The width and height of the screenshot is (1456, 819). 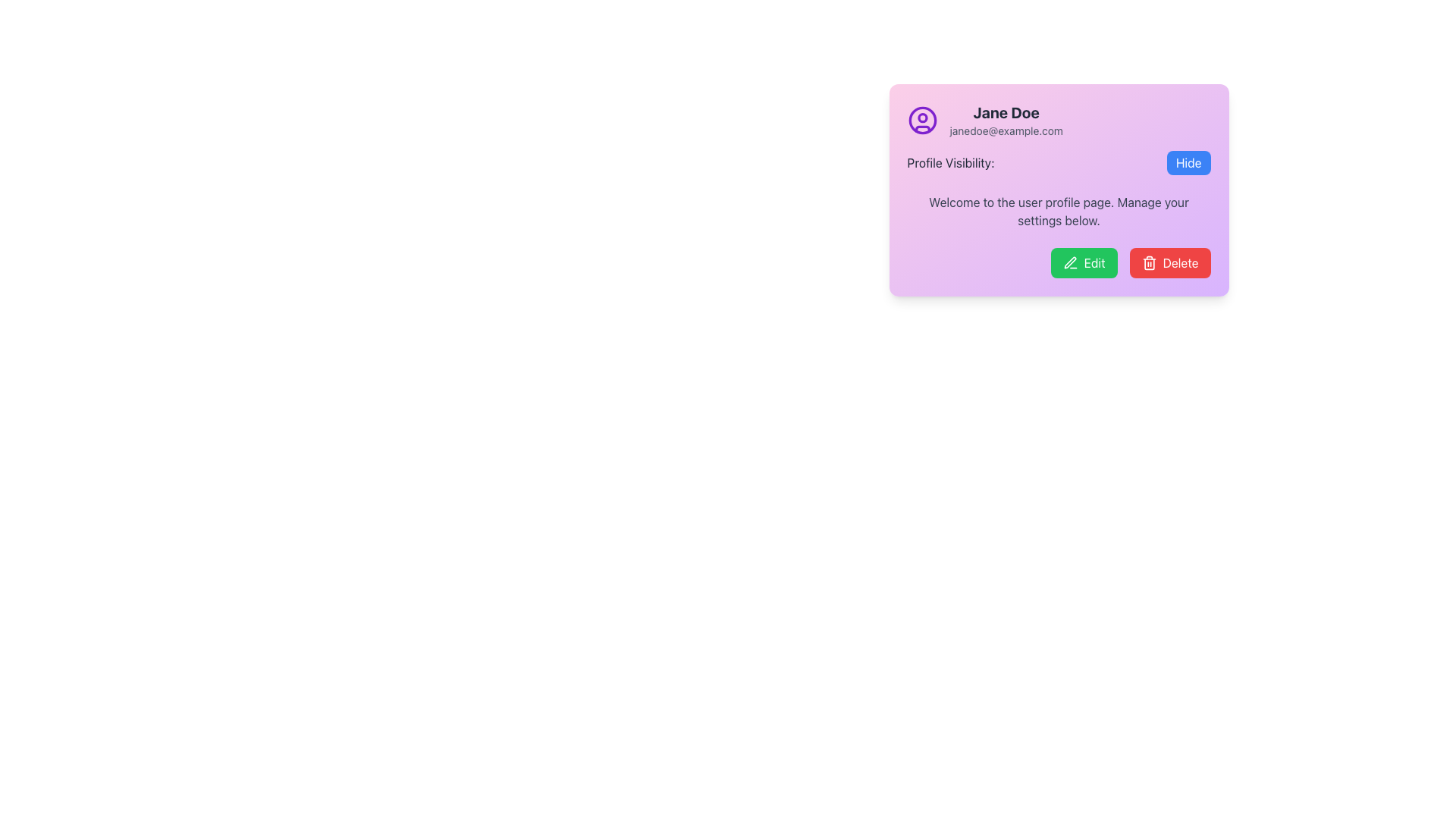 What do you see at coordinates (1058, 189) in the screenshot?
I see `introductory message displayed in the profile visibility settings group located below 'Jane Doe' and 'janedoe@example.com', and above the 'Edit' and 'Delete' buttons` at bounding box center [1058, 189].